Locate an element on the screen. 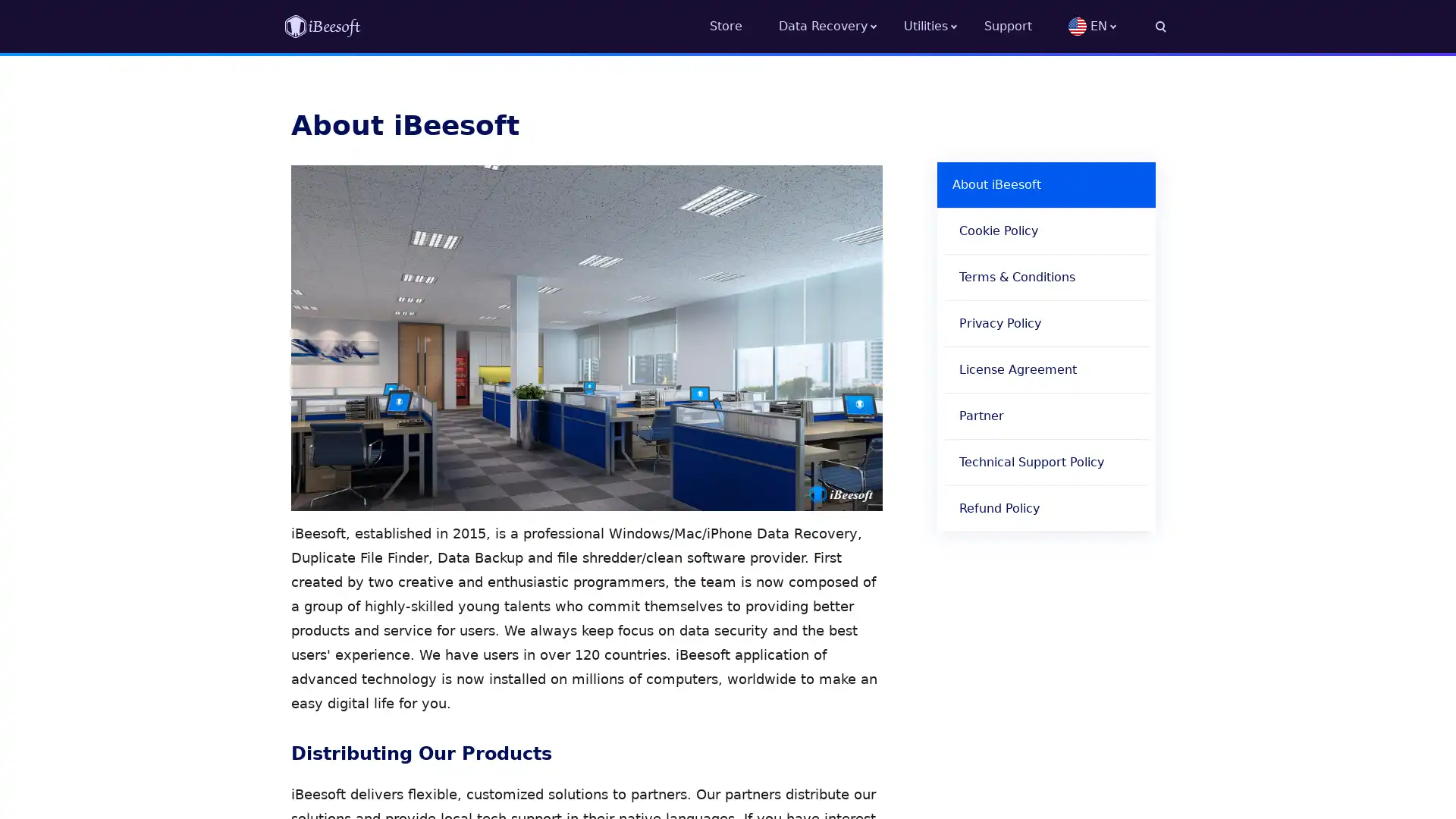 This screenshot has width=1456, height=819. languages is located at coordinates (1117, 26).